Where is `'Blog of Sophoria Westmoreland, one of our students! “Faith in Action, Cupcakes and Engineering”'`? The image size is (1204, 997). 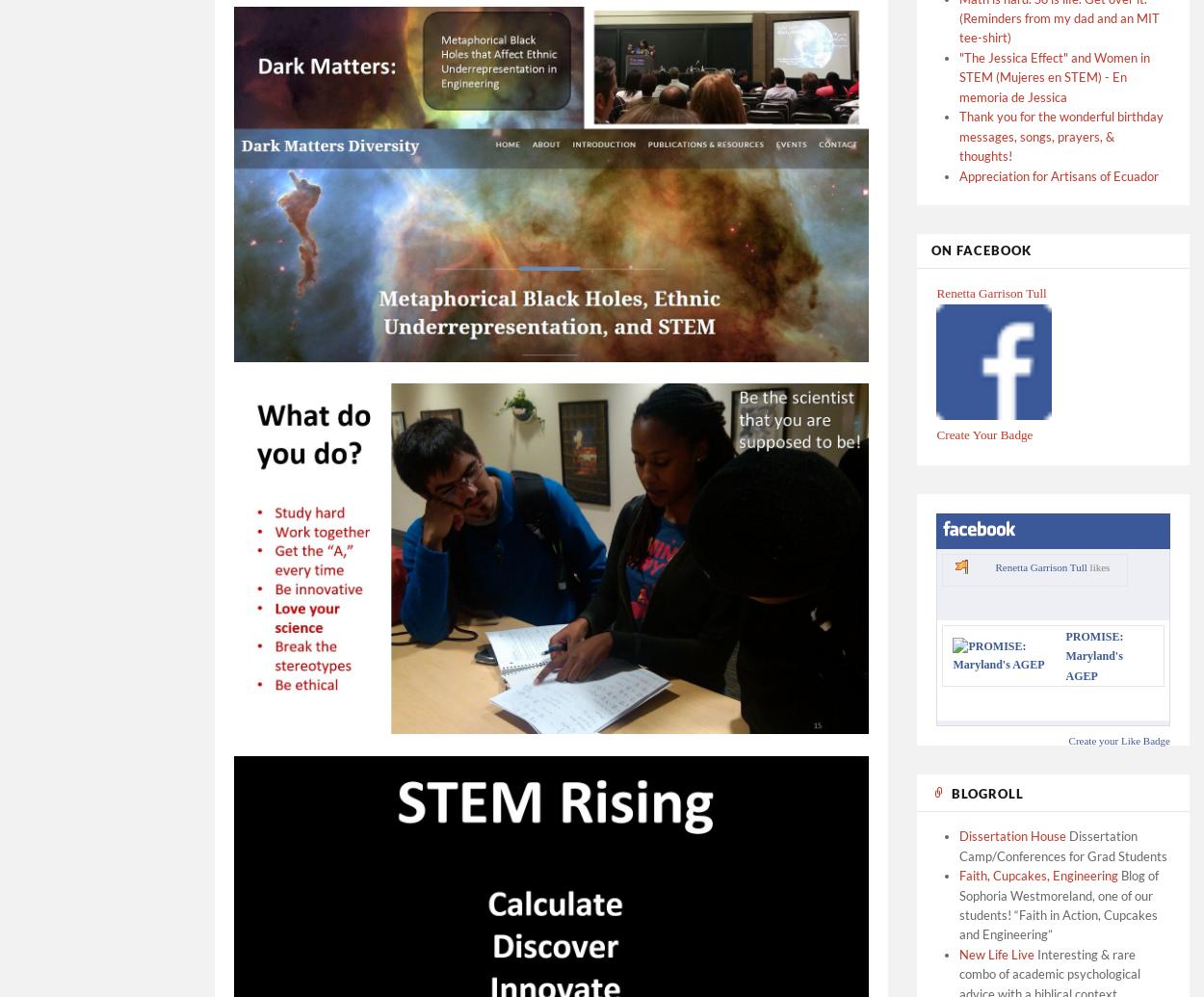 'Blog of Sophoria Westmoreland, one of our students! “Faith in Action, Cupcakes and Engineering”' is located at coordinates (957, 904).